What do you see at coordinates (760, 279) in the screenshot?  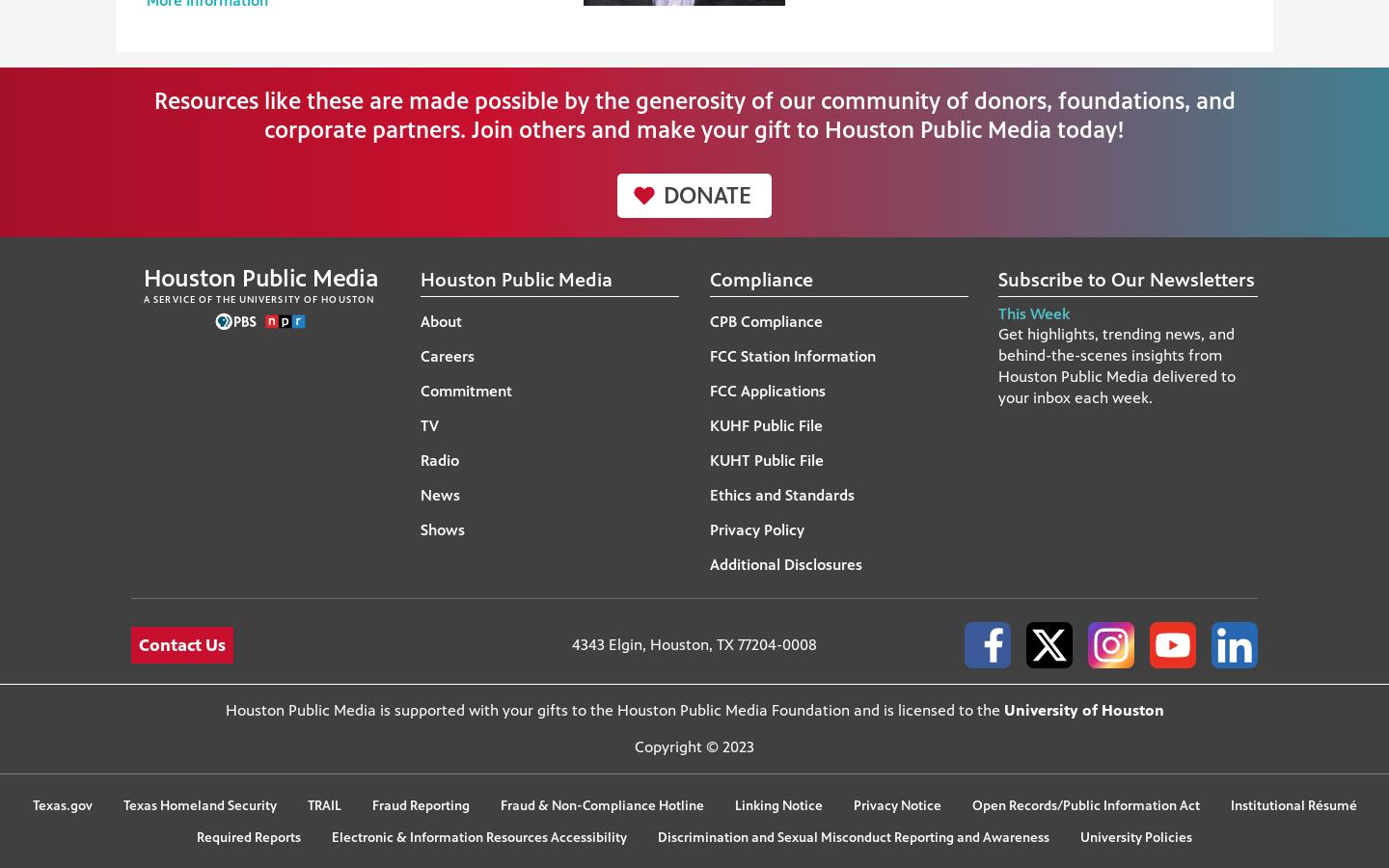 I see `'Compliance'` at bounding box center [760, 279].